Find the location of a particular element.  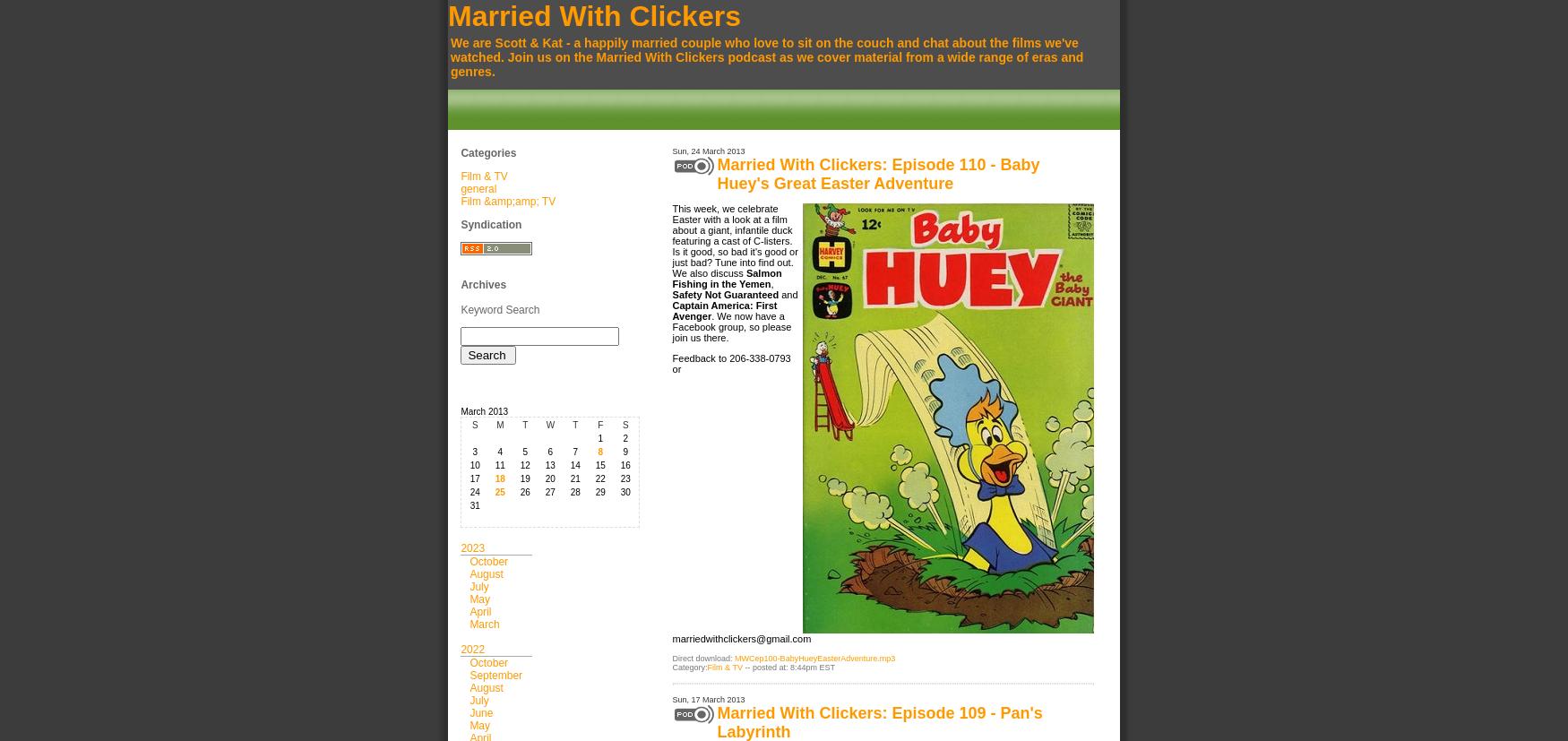

'12' is located at coordinates (524, 464).